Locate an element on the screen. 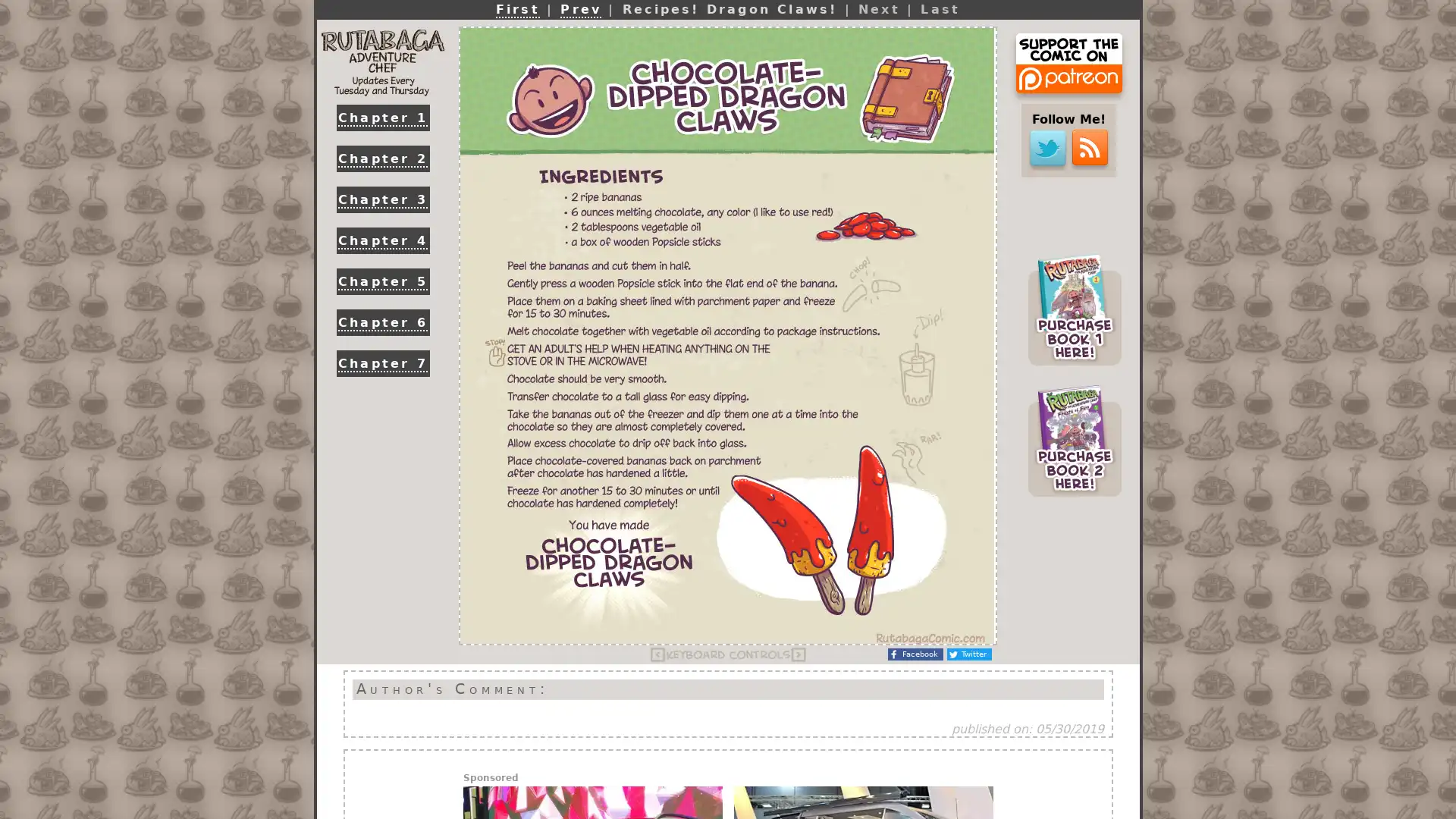 This screenshot has width=1456, height=819. Share to FacebookFacebook is located at coordinates (915, 654).